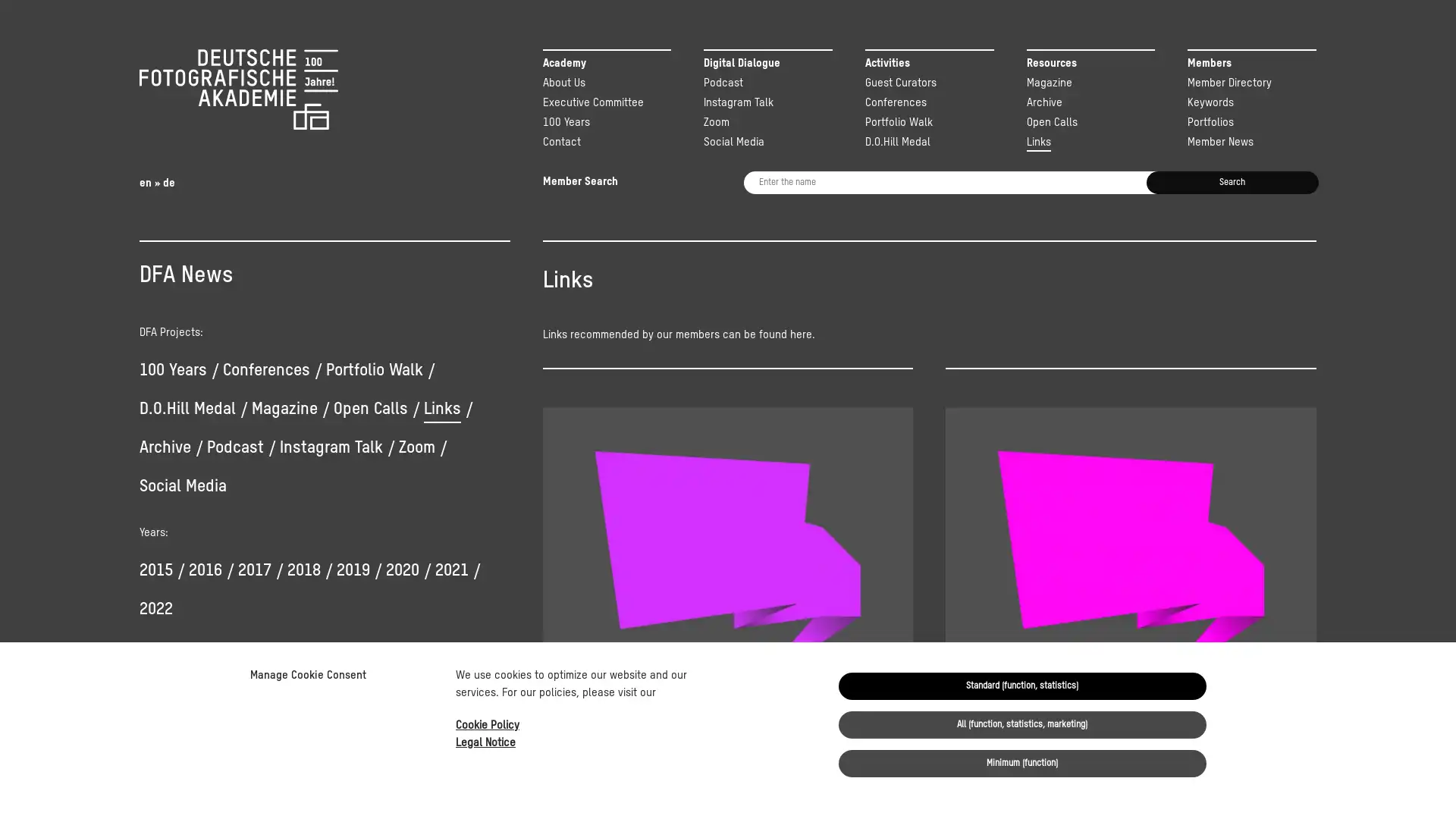  Describe the element at coordinates (441, 409) in the screenshot. I see `Links` at that location.